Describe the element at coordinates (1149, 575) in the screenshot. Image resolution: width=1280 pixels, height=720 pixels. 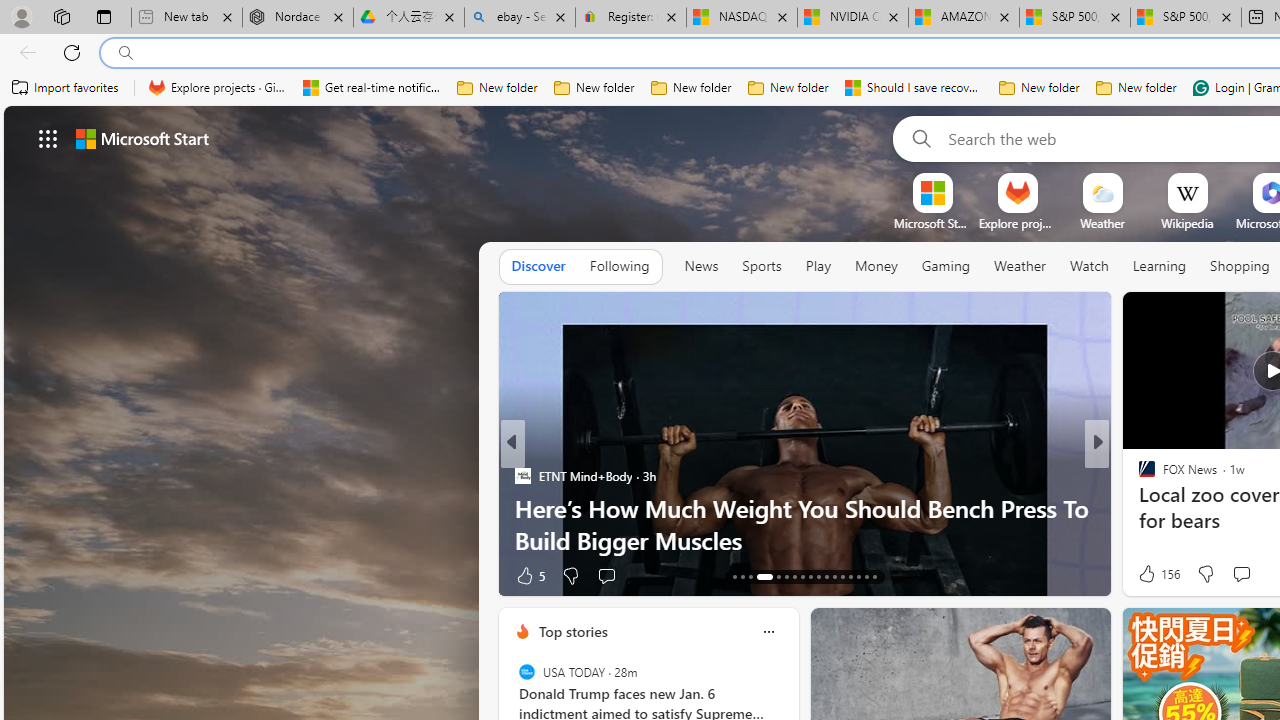
I see `'11 Like'` at that location.